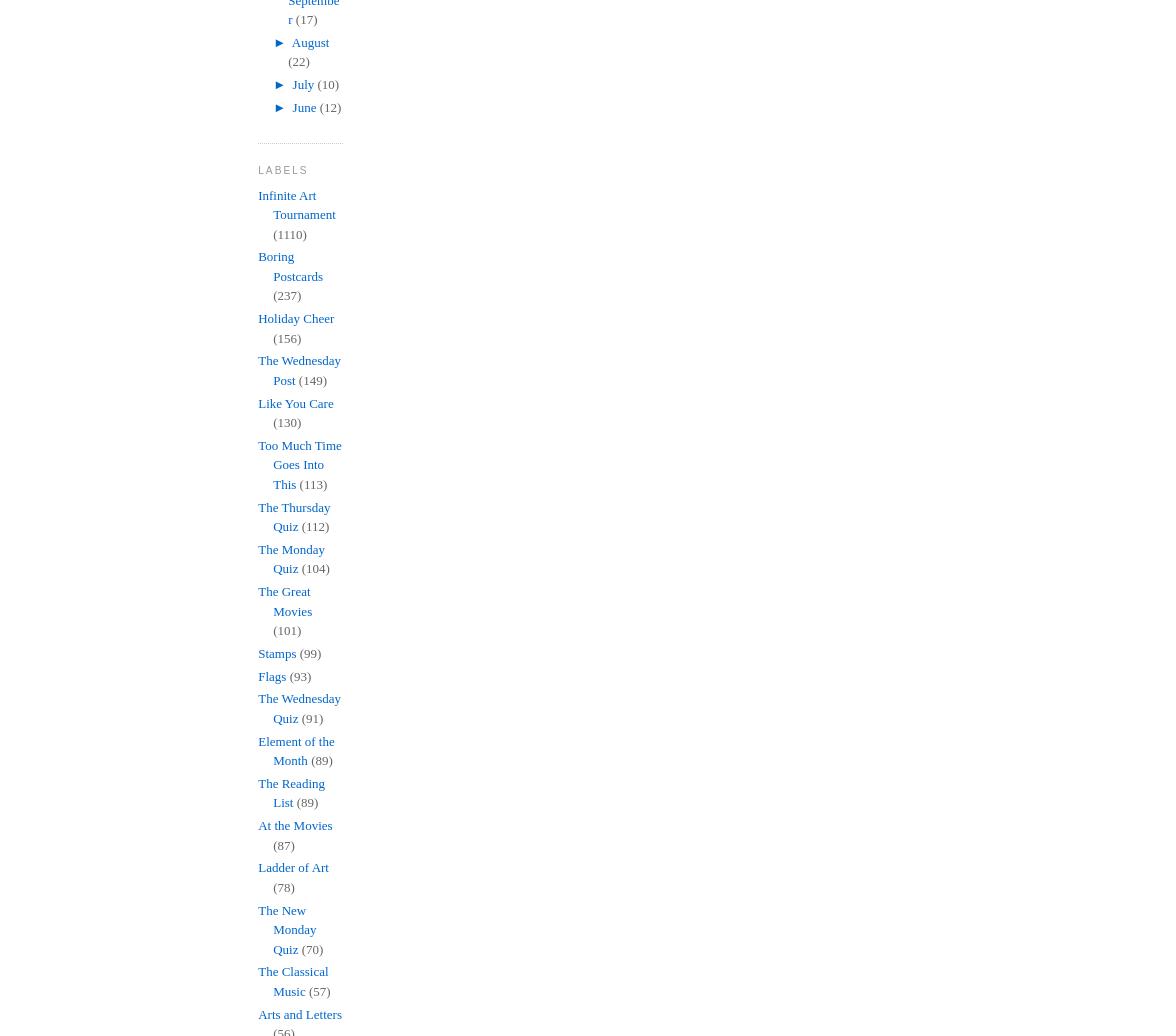 The width and height of the screenshot is (1176, 1036). Describe the element at coordinates (291, 792) in the screenshot. I see `'The Reading List'` at that location.